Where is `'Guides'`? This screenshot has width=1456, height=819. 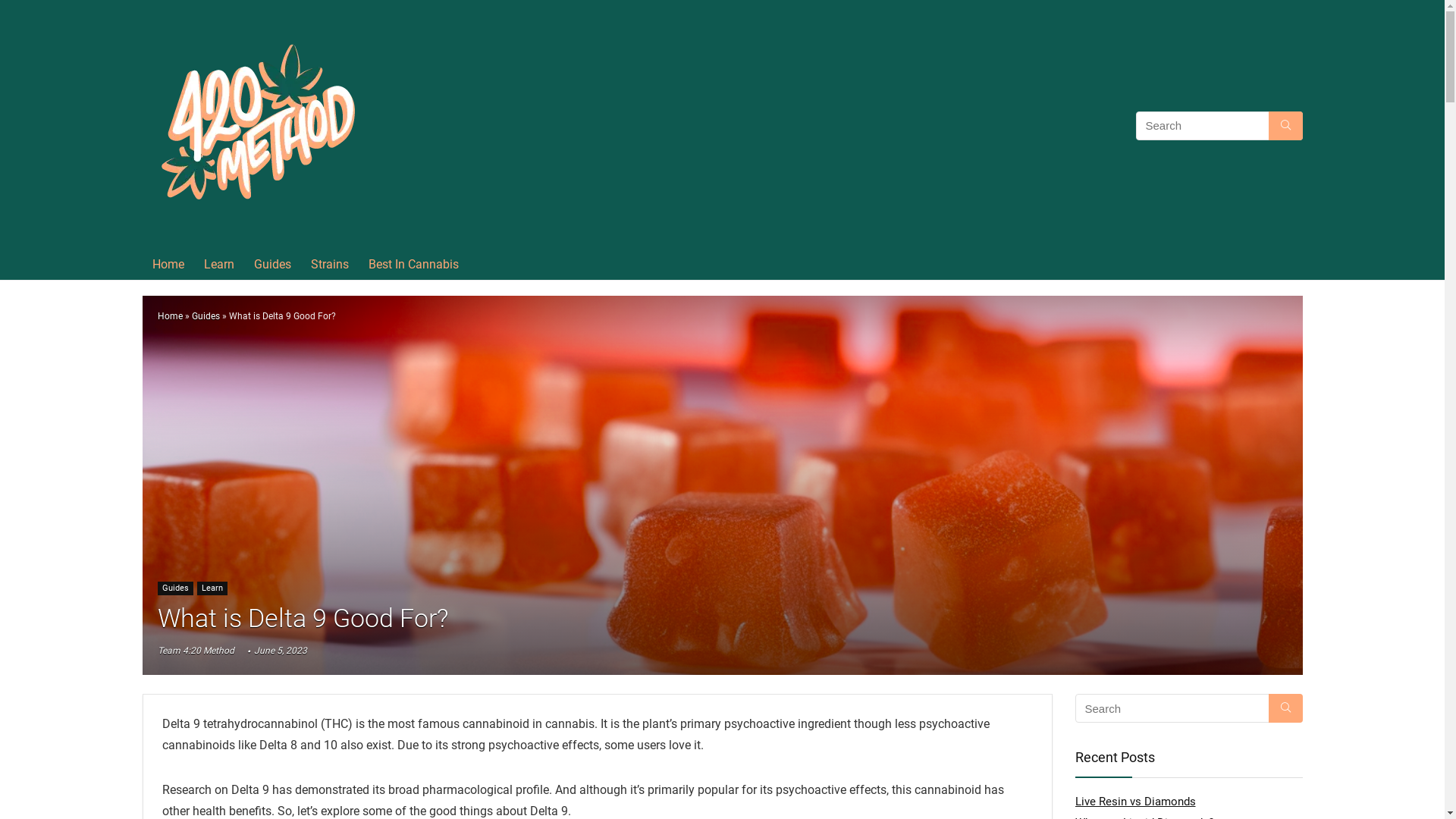
'Guides' is located at coordinates (204, 315).